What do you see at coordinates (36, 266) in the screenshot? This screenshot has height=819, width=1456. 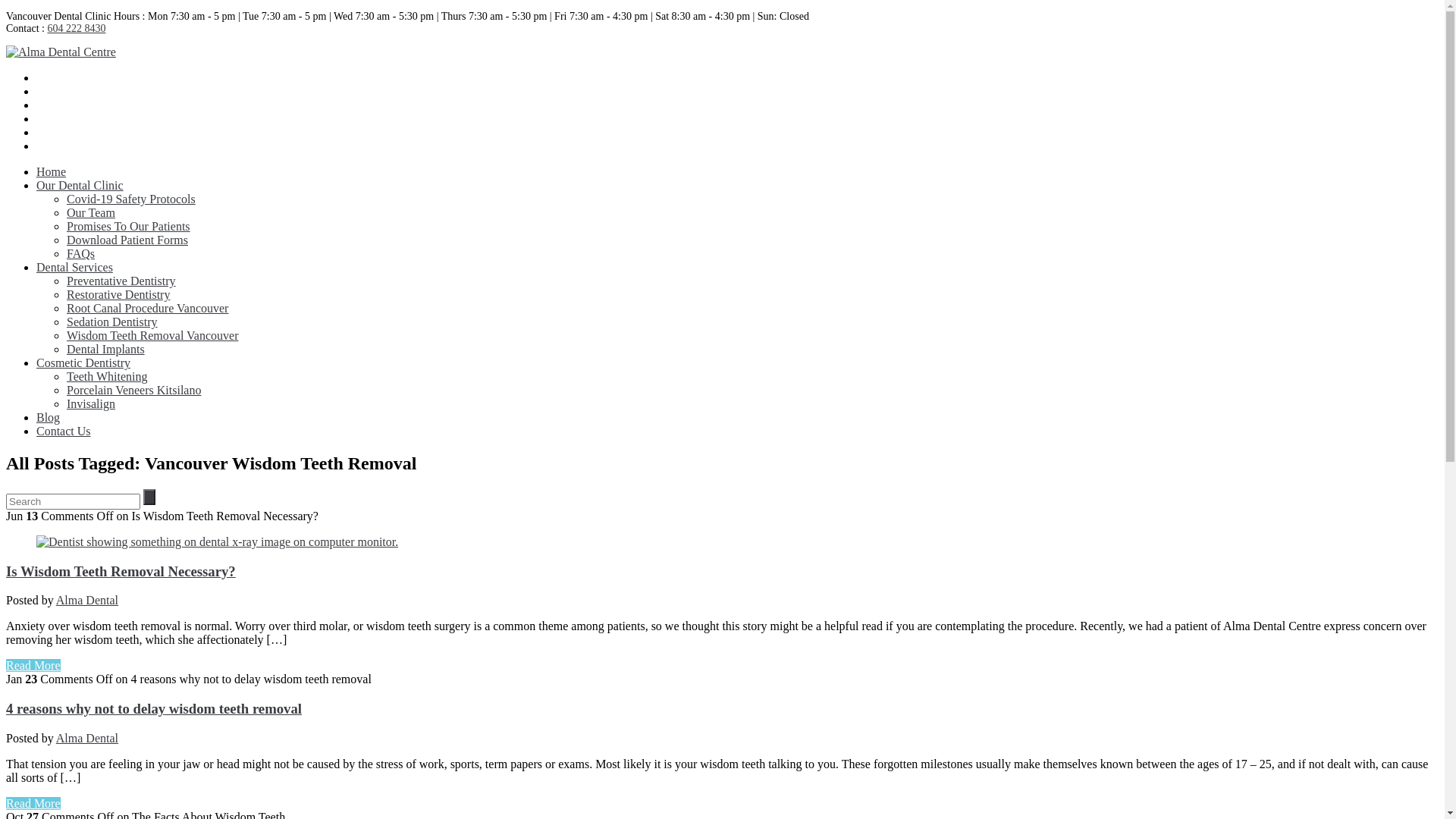 I see `'Dental Services'` at bounding box center [36, 266].